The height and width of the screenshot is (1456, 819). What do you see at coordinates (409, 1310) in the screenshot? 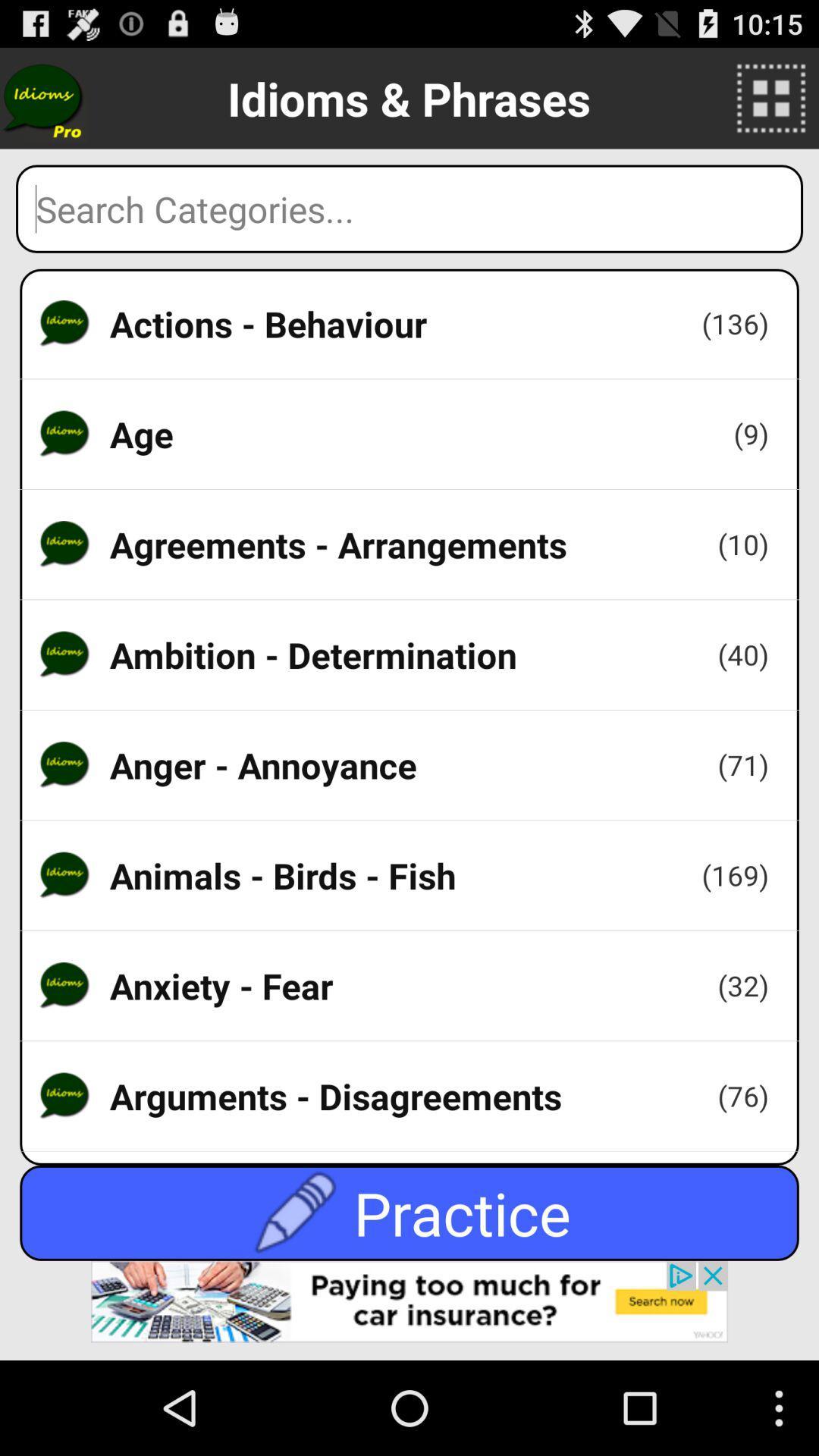
I see `the app` at bounding box center [409, 1310].